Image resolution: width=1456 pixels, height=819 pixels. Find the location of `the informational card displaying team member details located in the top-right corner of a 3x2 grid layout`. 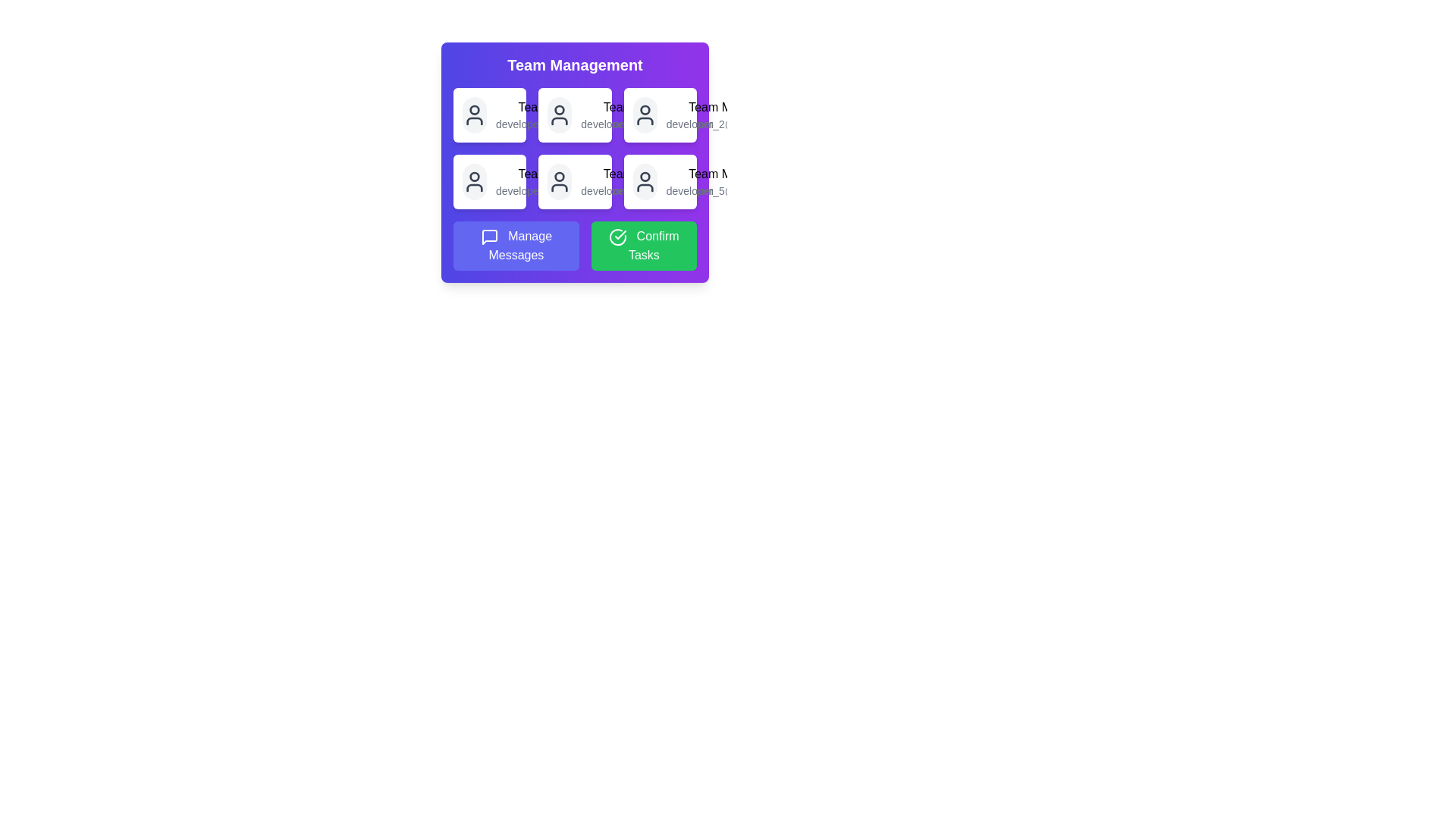

the informational card displaying team member details located in the top-right corner of a 3x2 grid layout is located at coordinates (660, 114).